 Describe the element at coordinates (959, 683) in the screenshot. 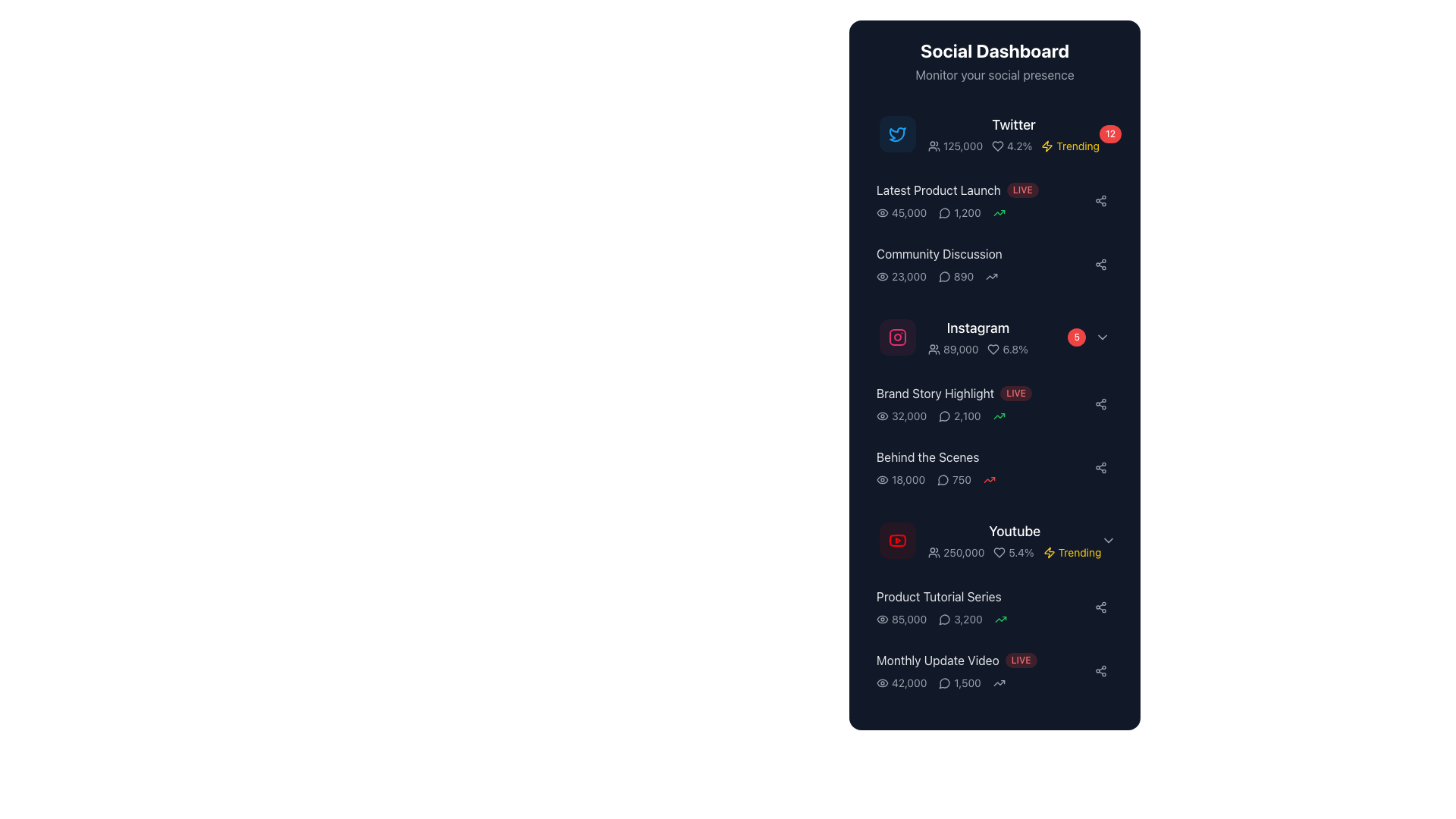

I see `the text element displaying the number '1,500' in gray color, located in the bottom right section of the 'Monthly Update Video' card, next to a circular comment icon` at that location.